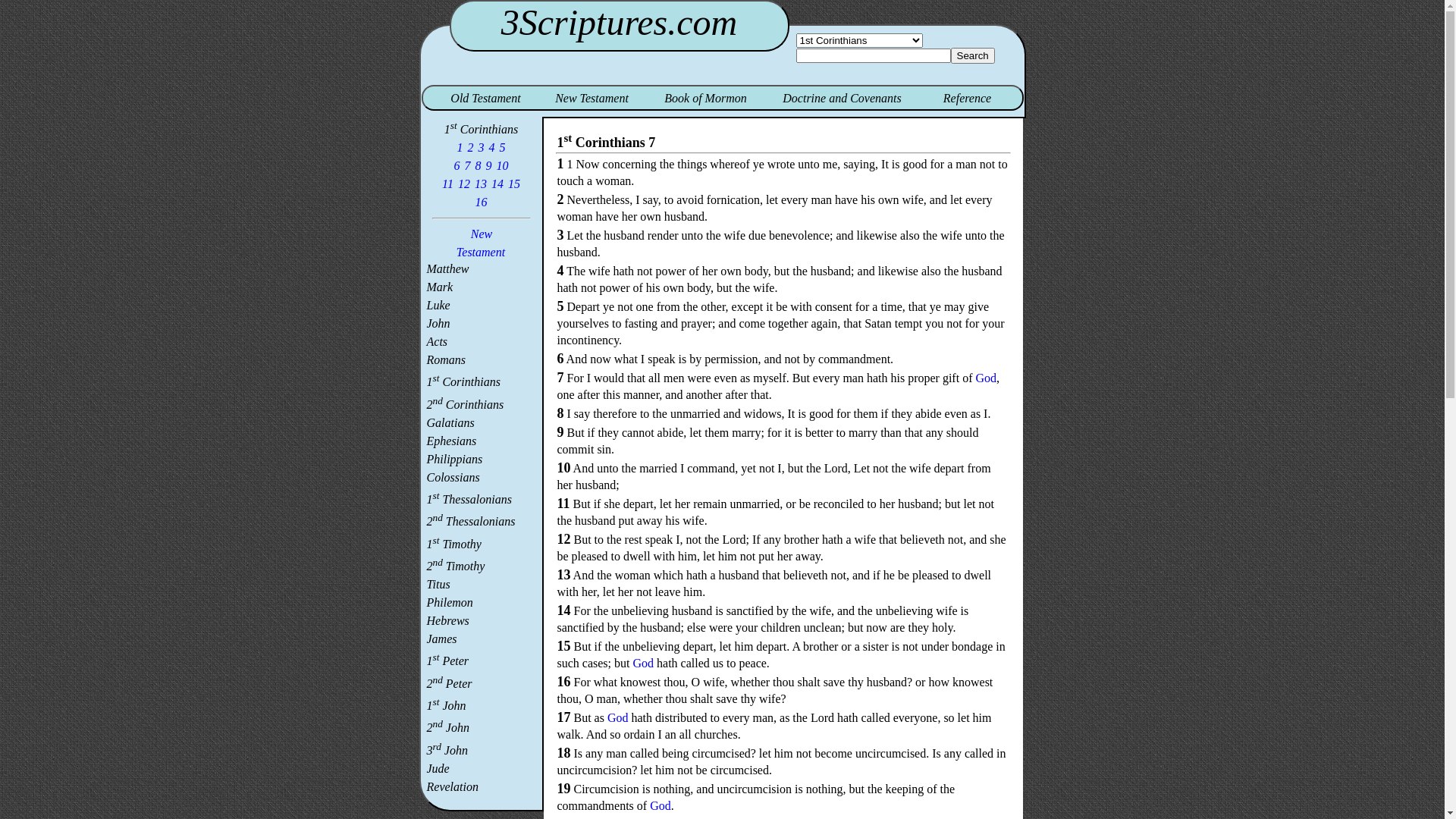 The image size is (1456, 819). What do you see at coordinates (480, 147) in the screenshot?
I see `'3'` at bounding box center [480, 147].